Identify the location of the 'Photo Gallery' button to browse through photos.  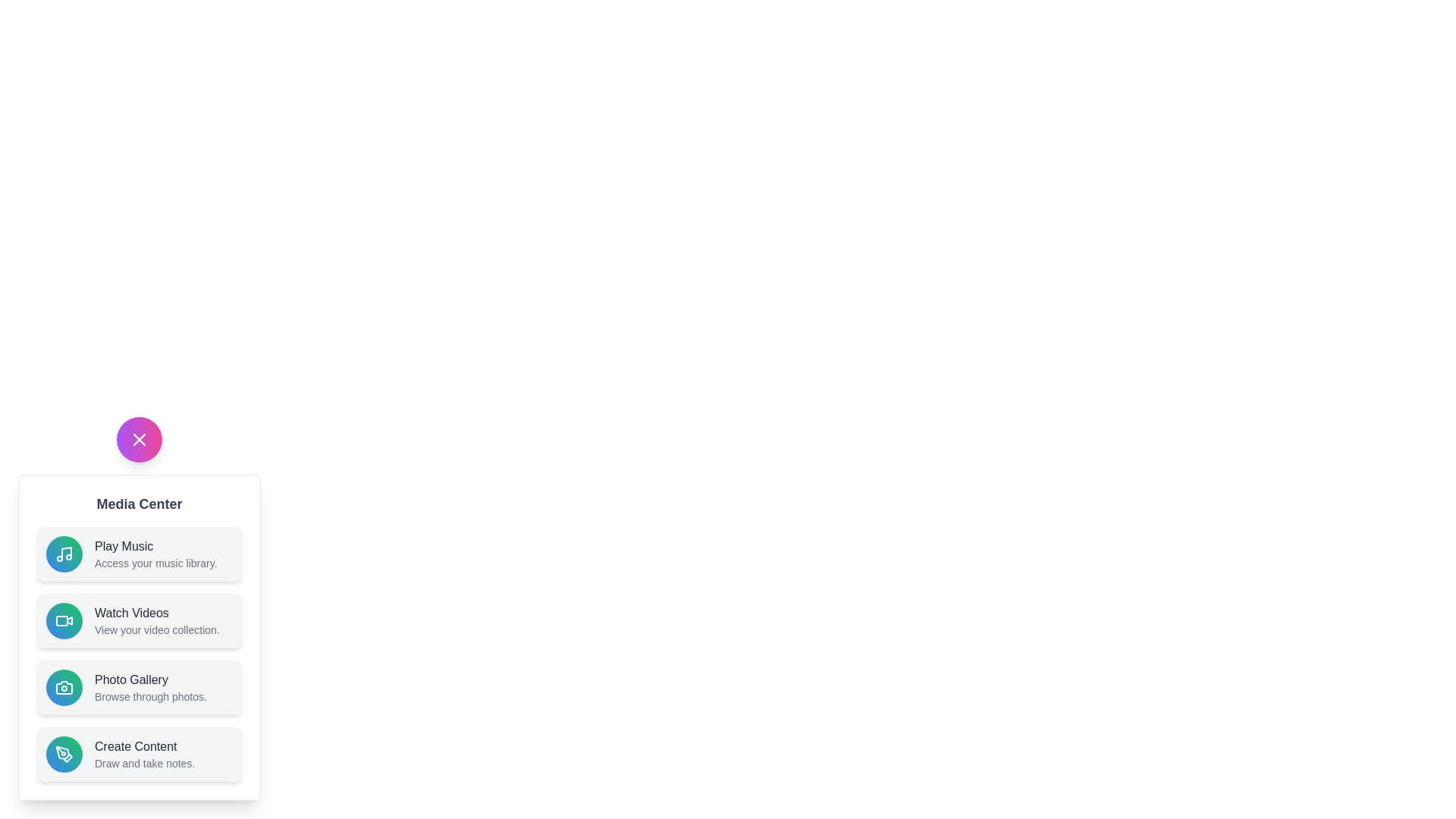
(139, 687).